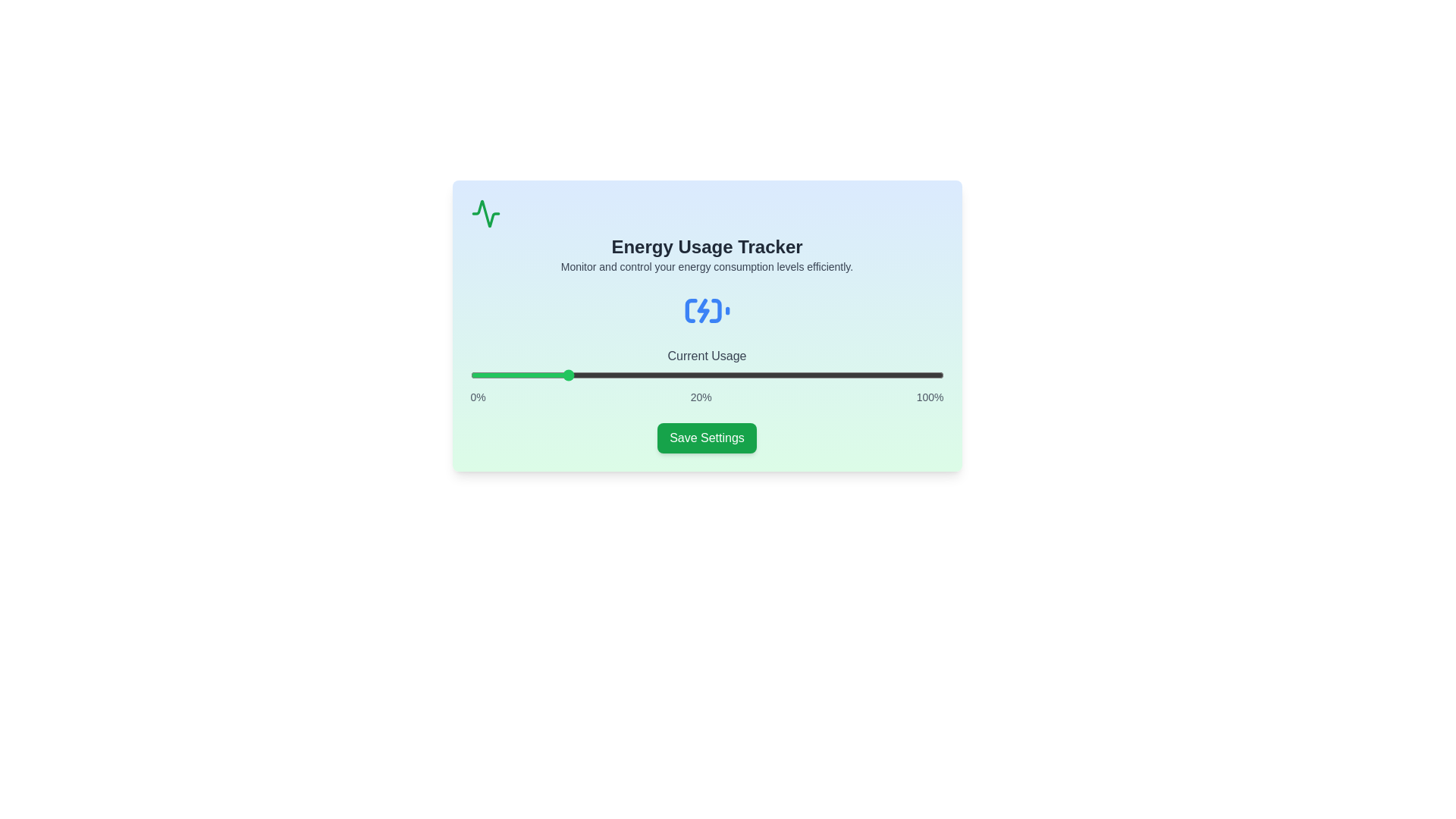 The width and height of the screenshot is (1456, 819). What do you see at coordinates (868, 375) in the screenshot?
I see `the energy usage slider to 84%` at bounding box center [868, 375].